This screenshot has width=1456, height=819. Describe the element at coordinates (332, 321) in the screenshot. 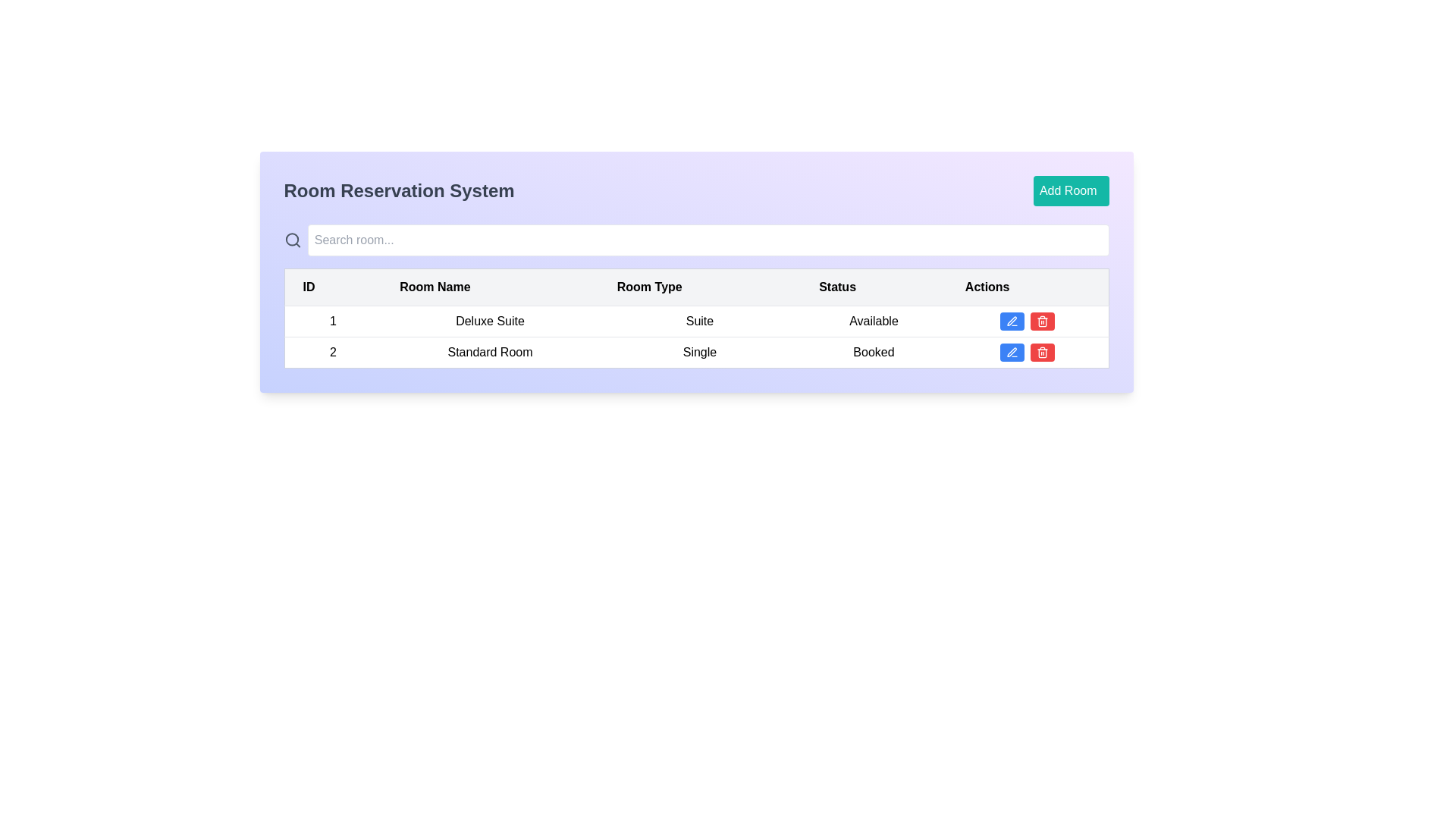

I see `the minimalistic text element displaying the number '1' that aligns with the 'ID' column in the room details table` at that location.